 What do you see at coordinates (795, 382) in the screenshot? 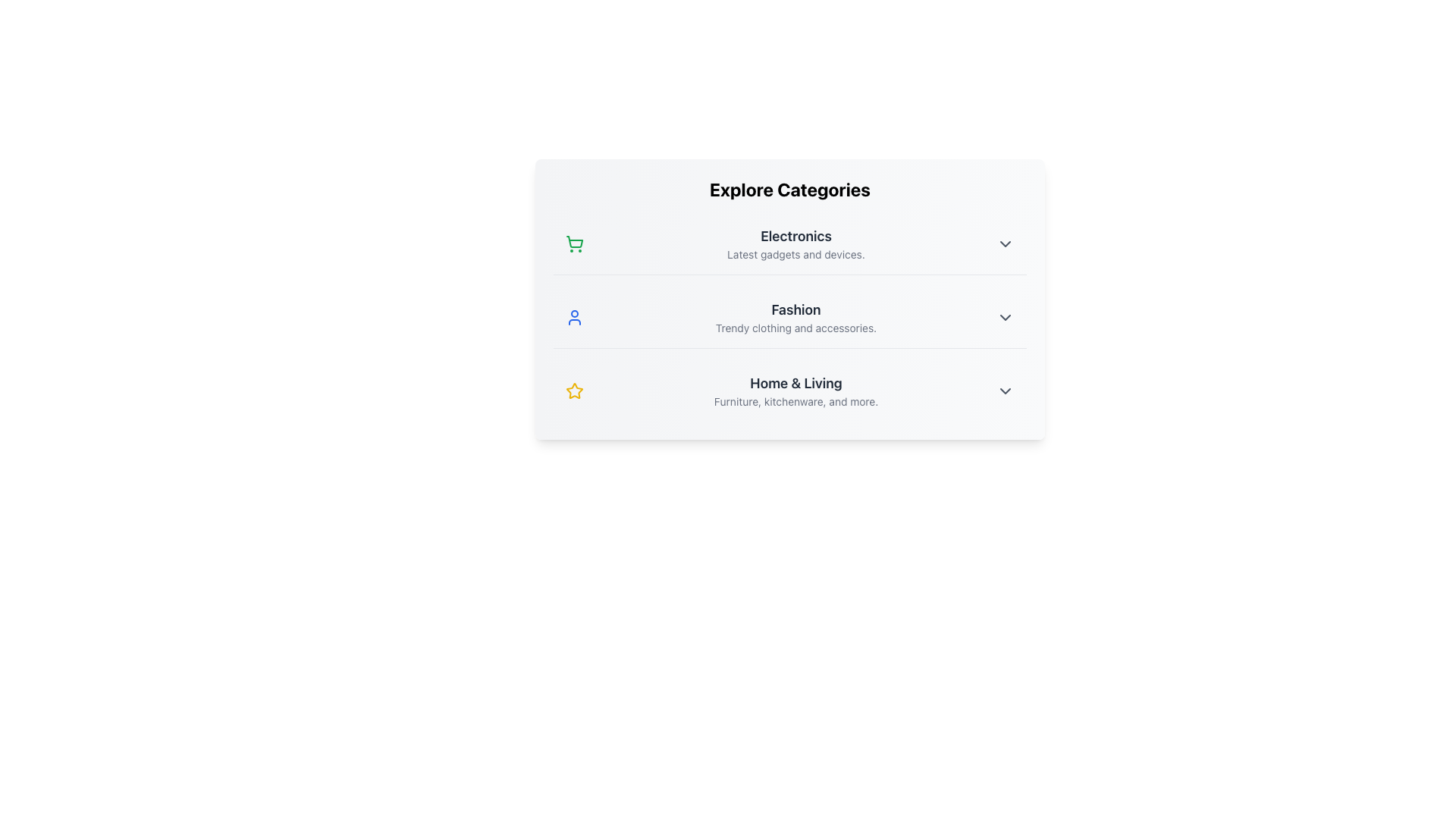
I see `the 'Home & Living' title text label` at bounding box center [795, 382].